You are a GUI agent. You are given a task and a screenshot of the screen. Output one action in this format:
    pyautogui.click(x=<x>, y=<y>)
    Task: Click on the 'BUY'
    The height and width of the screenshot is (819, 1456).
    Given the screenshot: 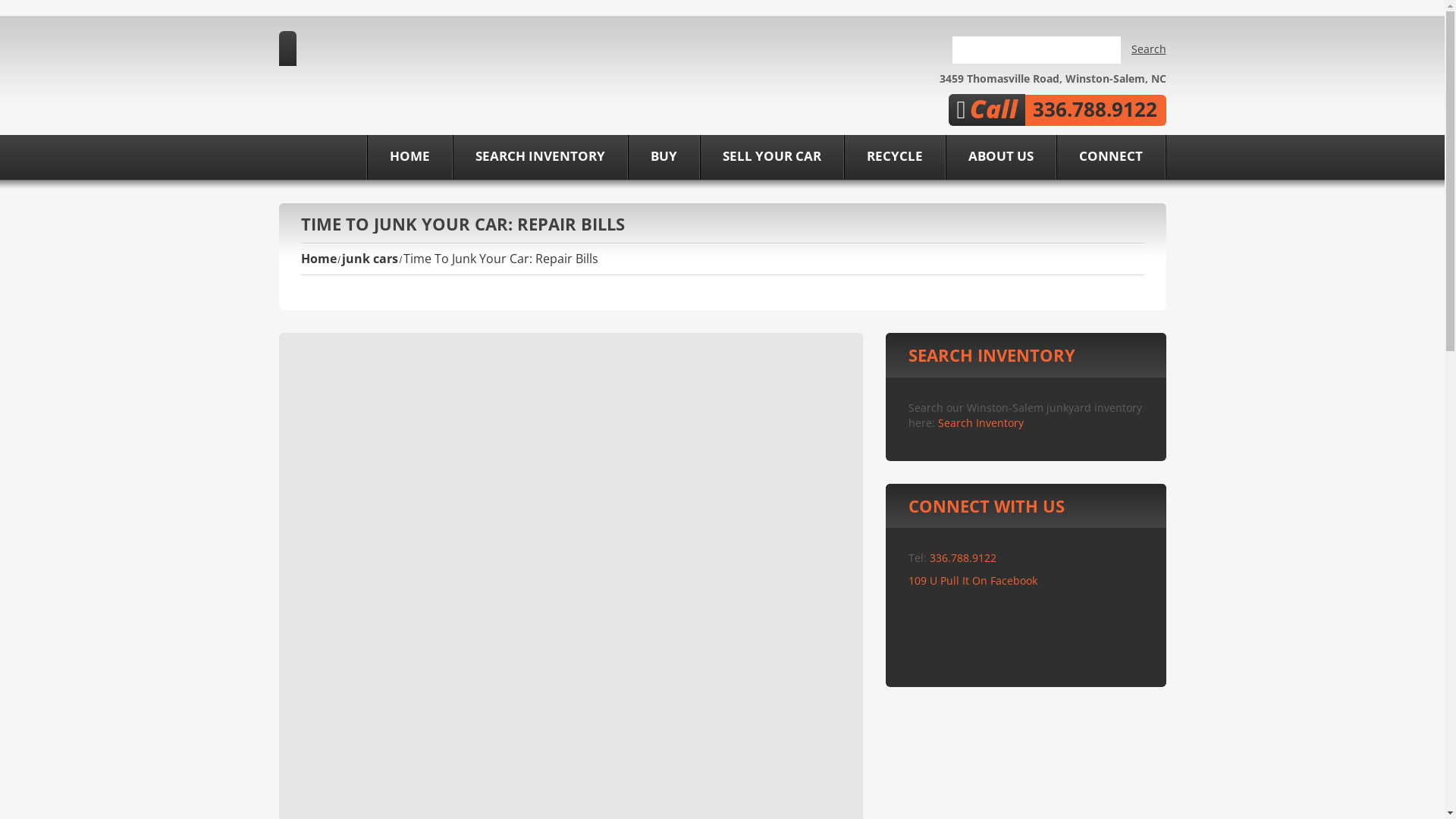 What is the action you would take?
    pyautogui.click(x=628, y=157)
    